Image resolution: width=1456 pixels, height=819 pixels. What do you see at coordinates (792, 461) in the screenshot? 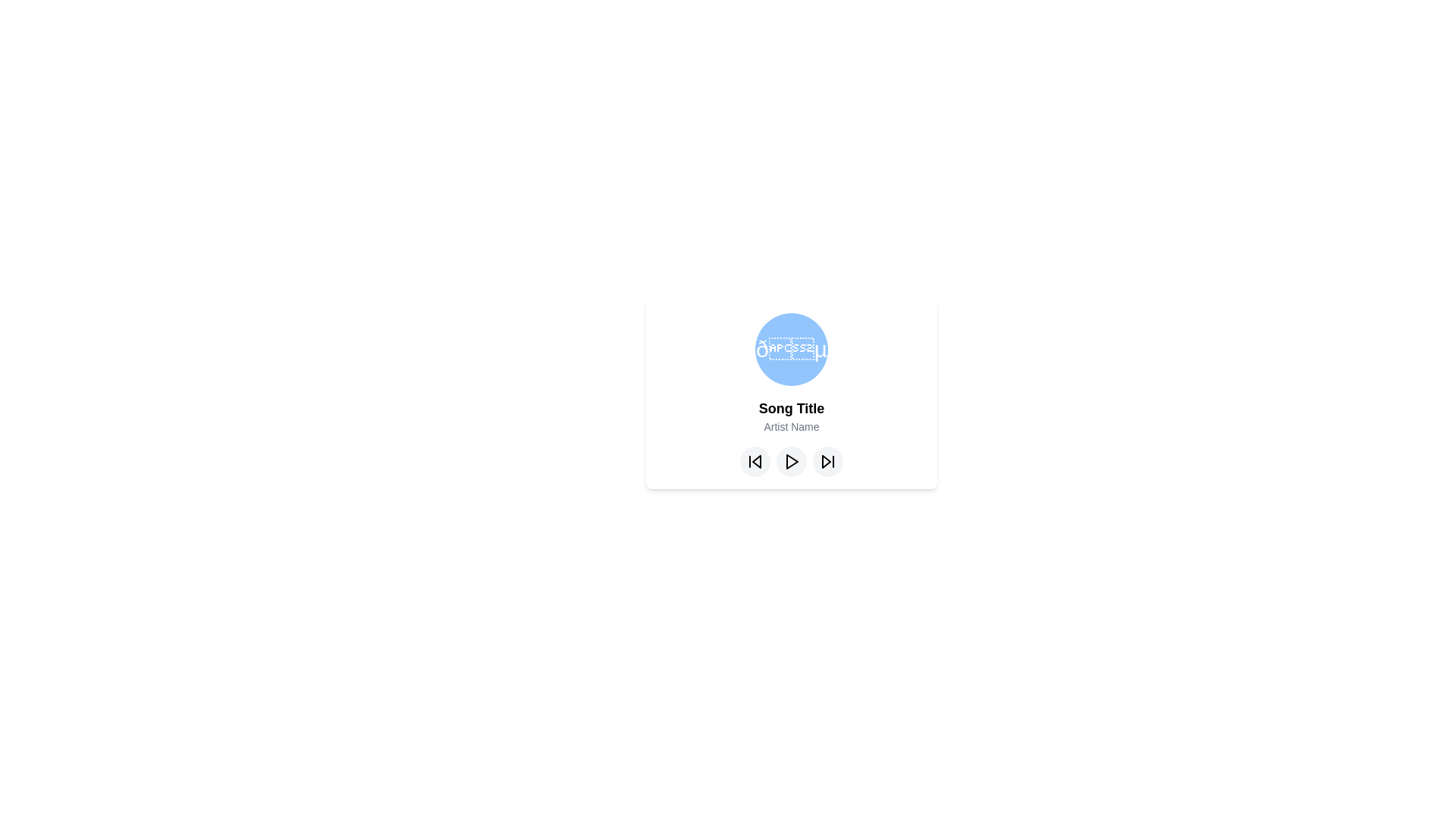
I see `the rightward-pointing triangular play button located at the bottom center of the media controls card` at bounding box center [792, 461].